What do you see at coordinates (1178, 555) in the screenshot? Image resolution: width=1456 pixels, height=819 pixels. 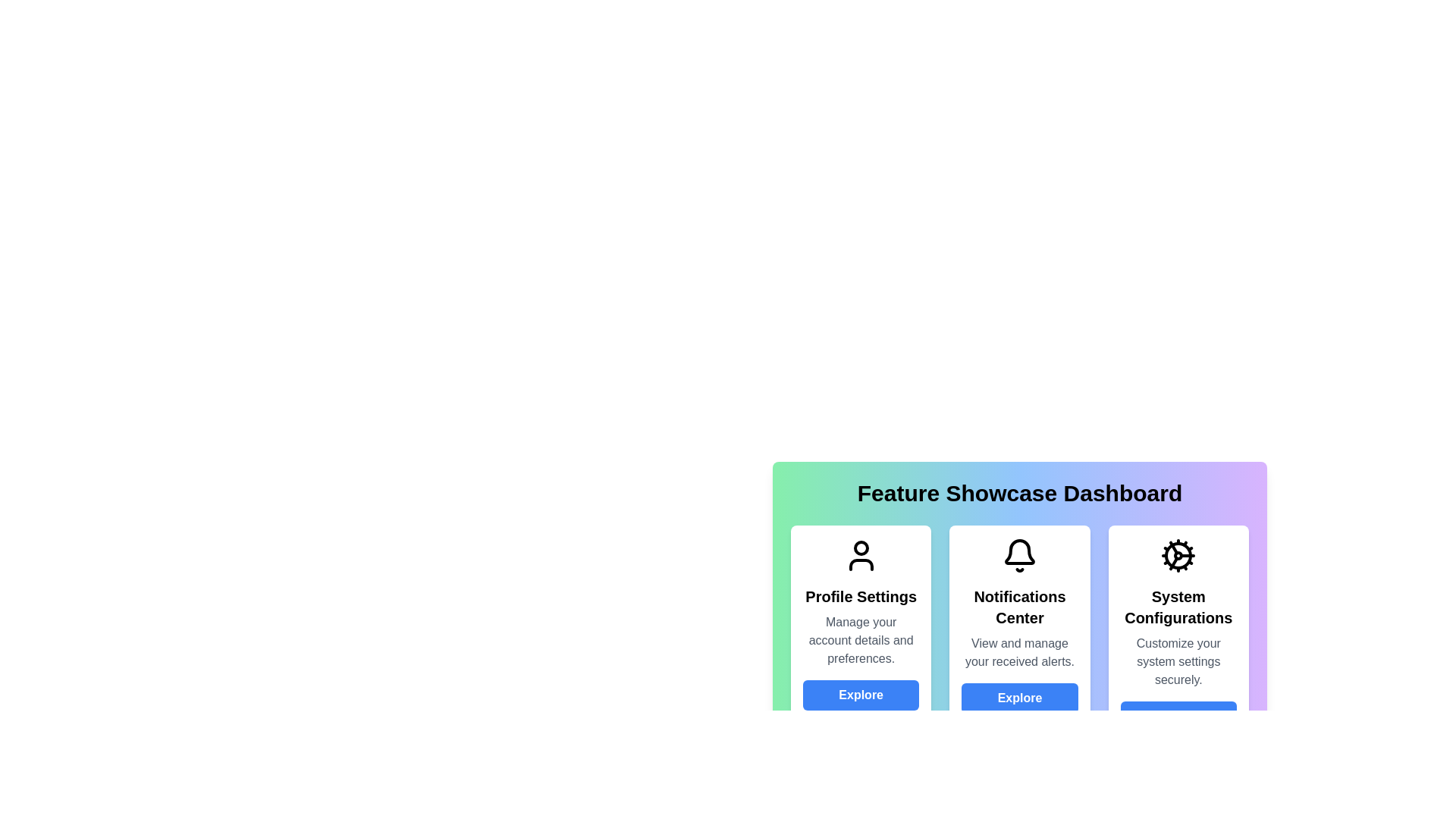 I see `the circular center of the cogwheel icon located in the third panel of the 'System Configurations' row on the feature showcase dashboard` at bounding box center [1178, 555].